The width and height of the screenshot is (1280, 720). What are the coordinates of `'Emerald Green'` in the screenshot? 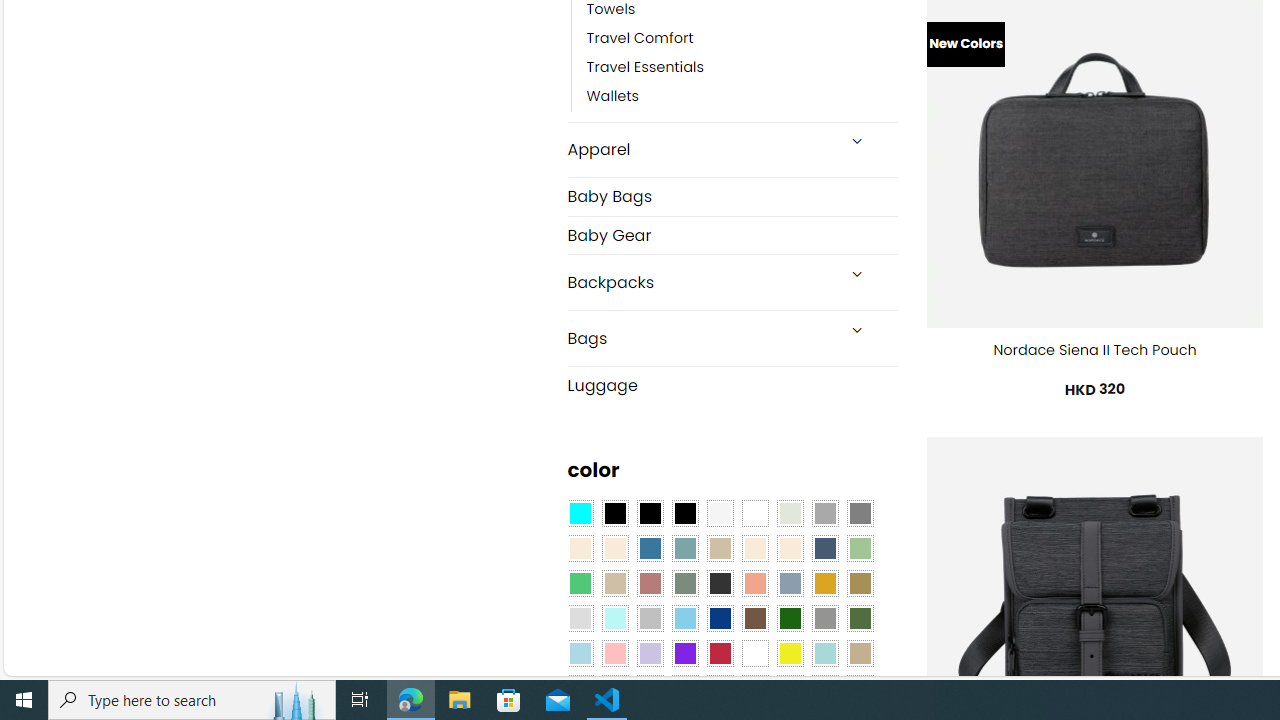 It's located at (578, 583).